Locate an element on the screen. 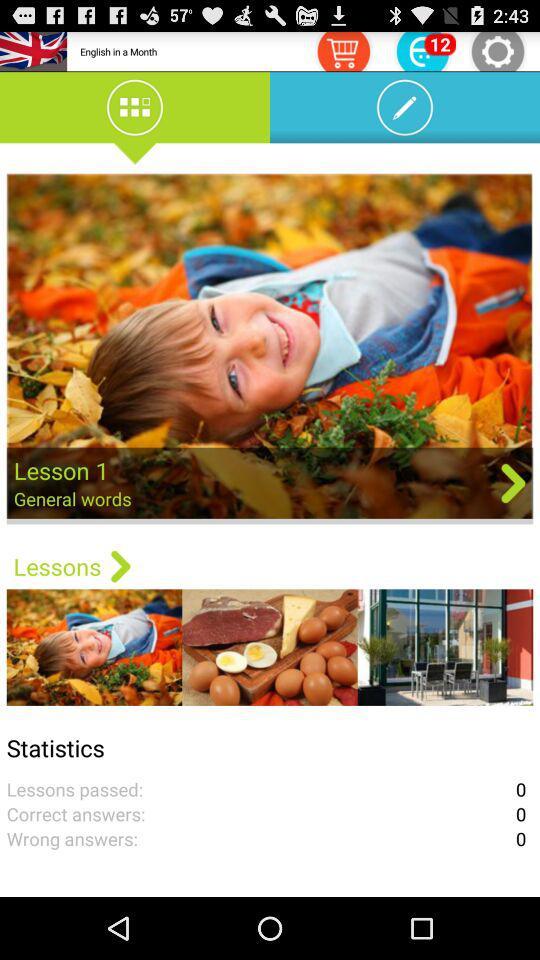 The image size is (540, 960). the next arrow option to the right of lesson 1 text is located at coordinates (513, 481).